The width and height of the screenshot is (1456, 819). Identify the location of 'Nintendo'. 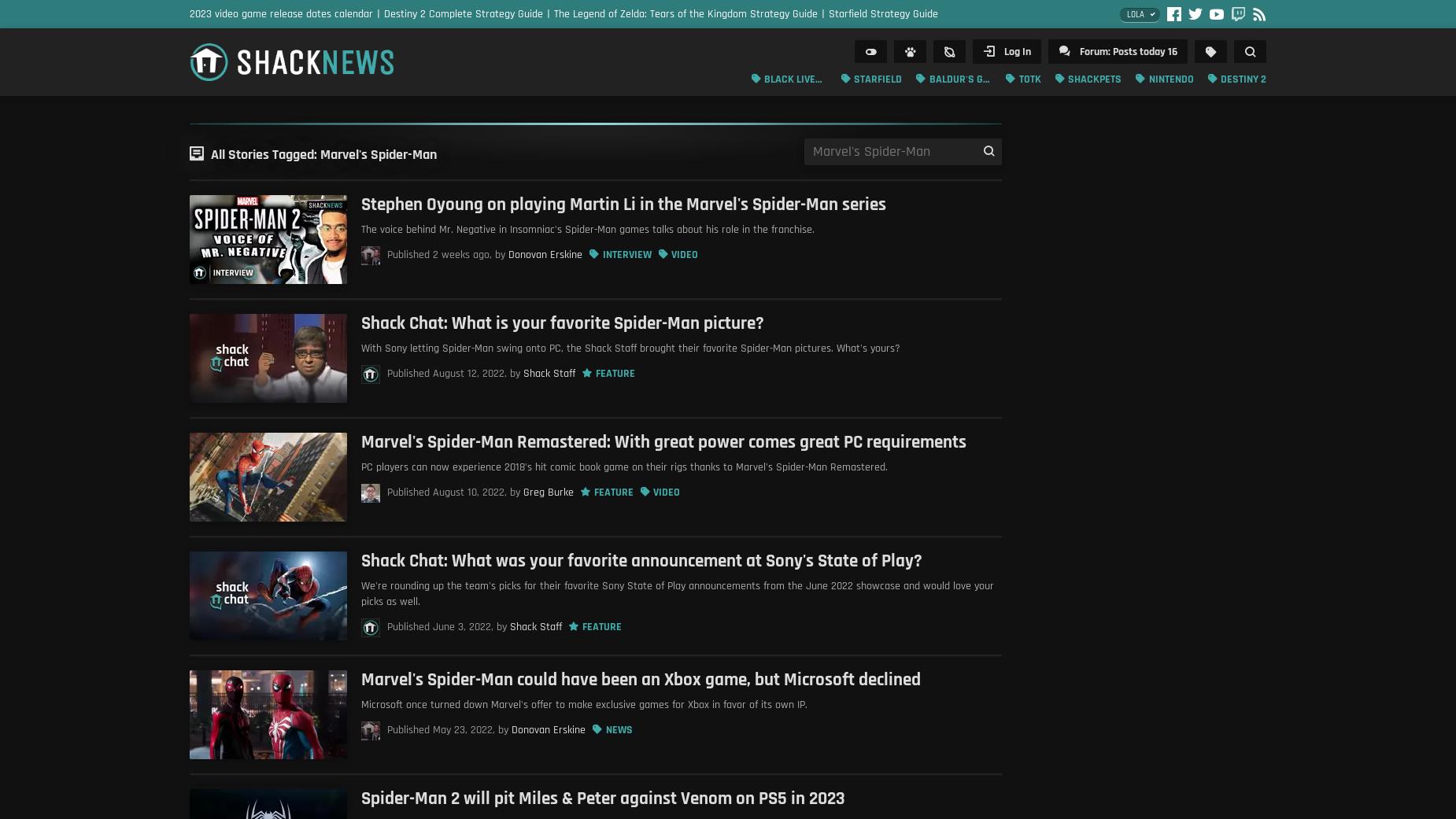
(1170, 78).